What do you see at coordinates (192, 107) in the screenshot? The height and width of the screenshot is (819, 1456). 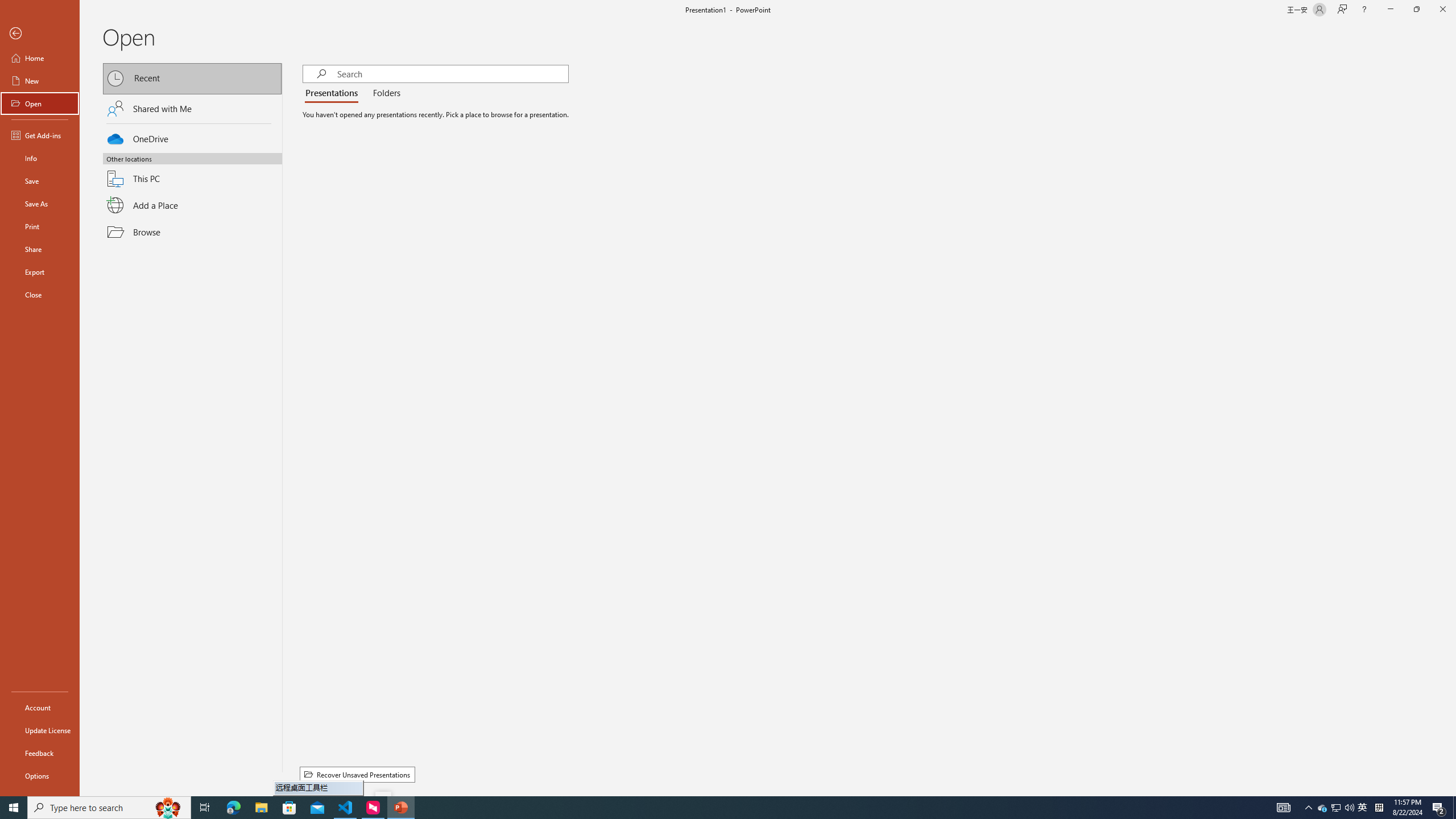 I see `'Shared with Me'` at bounding box center [192, 107].